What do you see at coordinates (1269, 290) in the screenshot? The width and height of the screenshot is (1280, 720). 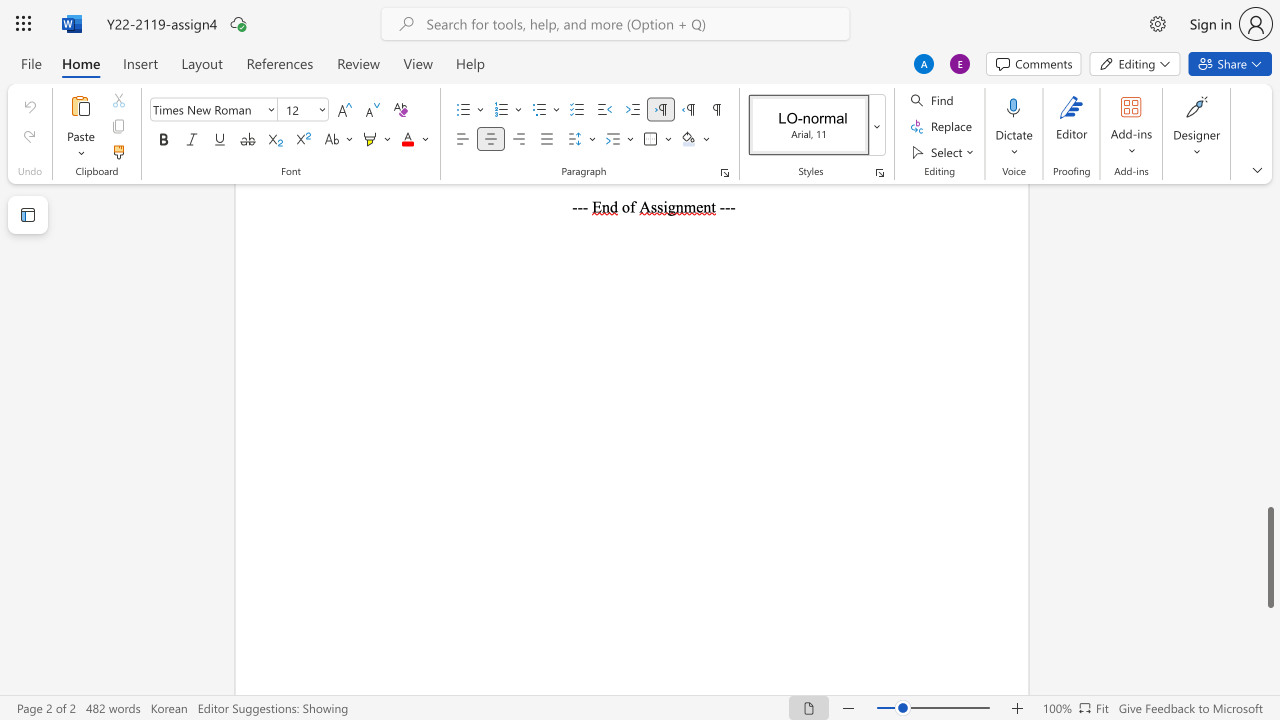 I see `the scrollbar on the right to shift the page higher` at bounding box center [1269, 290].